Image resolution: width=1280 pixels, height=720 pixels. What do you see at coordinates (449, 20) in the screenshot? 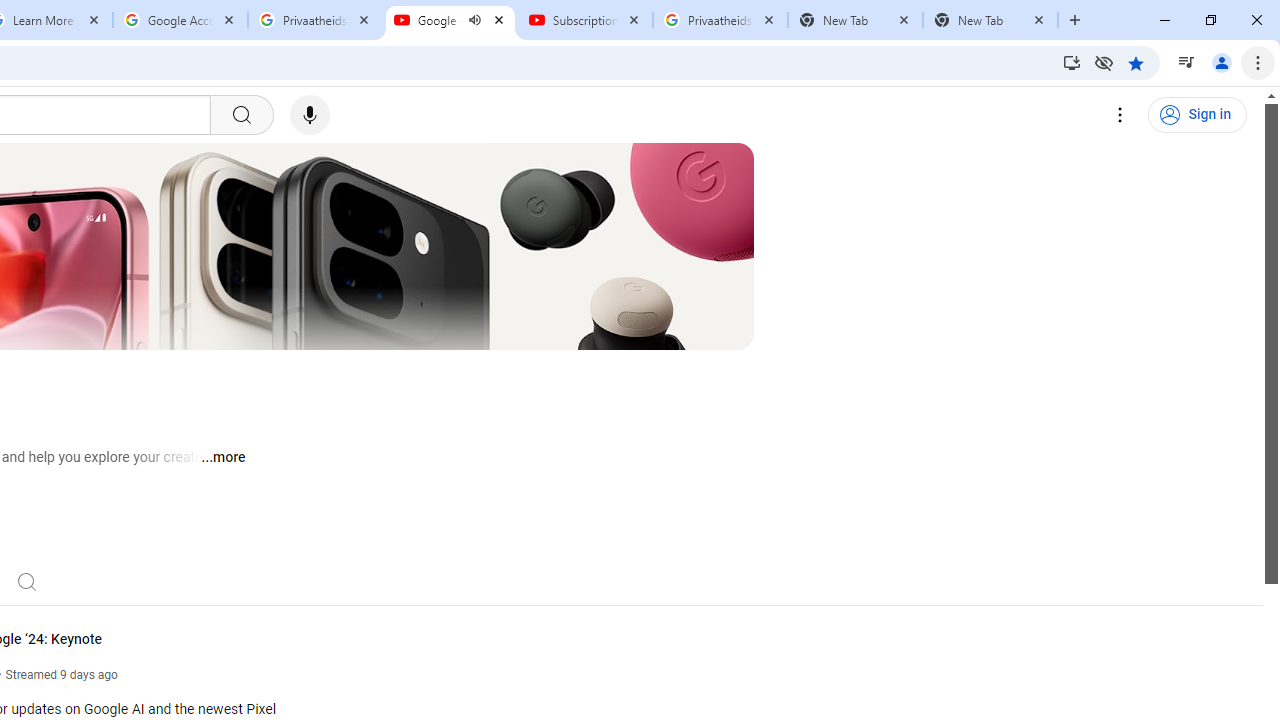
I see `'Google - YouTube - Audio playing'` at bounding box center [449, 20].